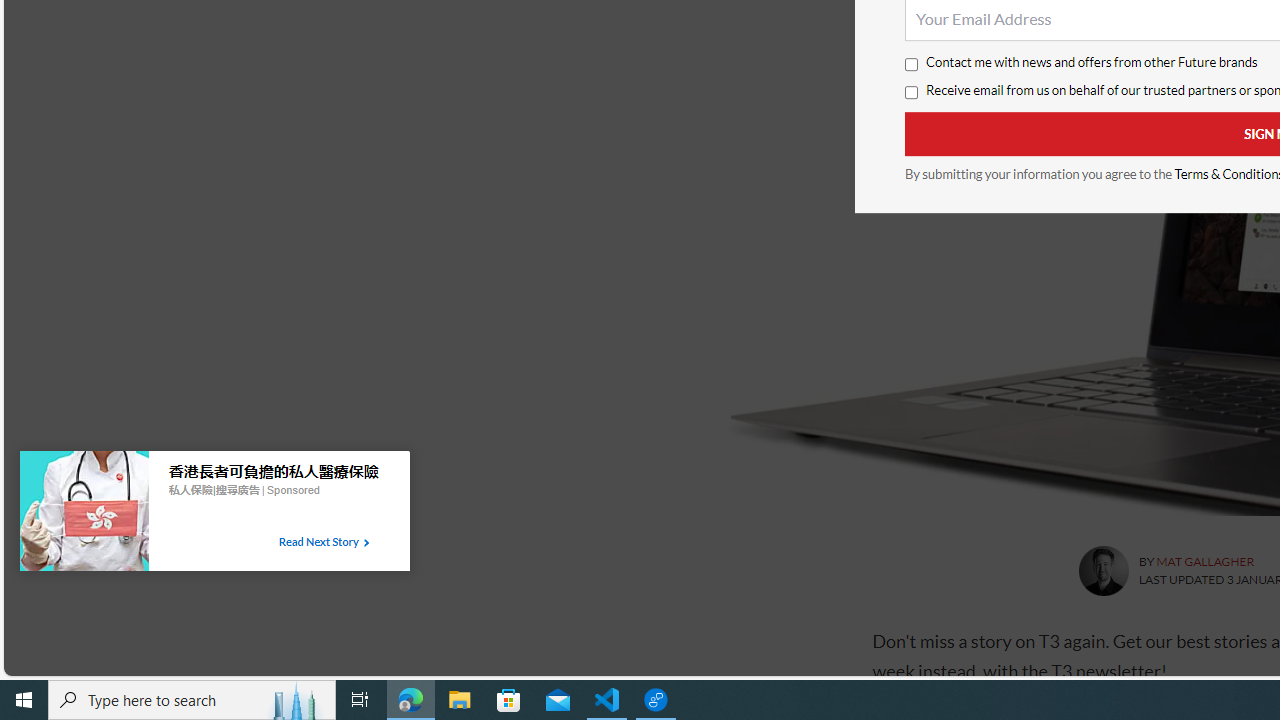 This screenshot has height=720, width=1280. I want to click on 'Class: tbl-arrow-icon arrow-1', so click(366, 543).